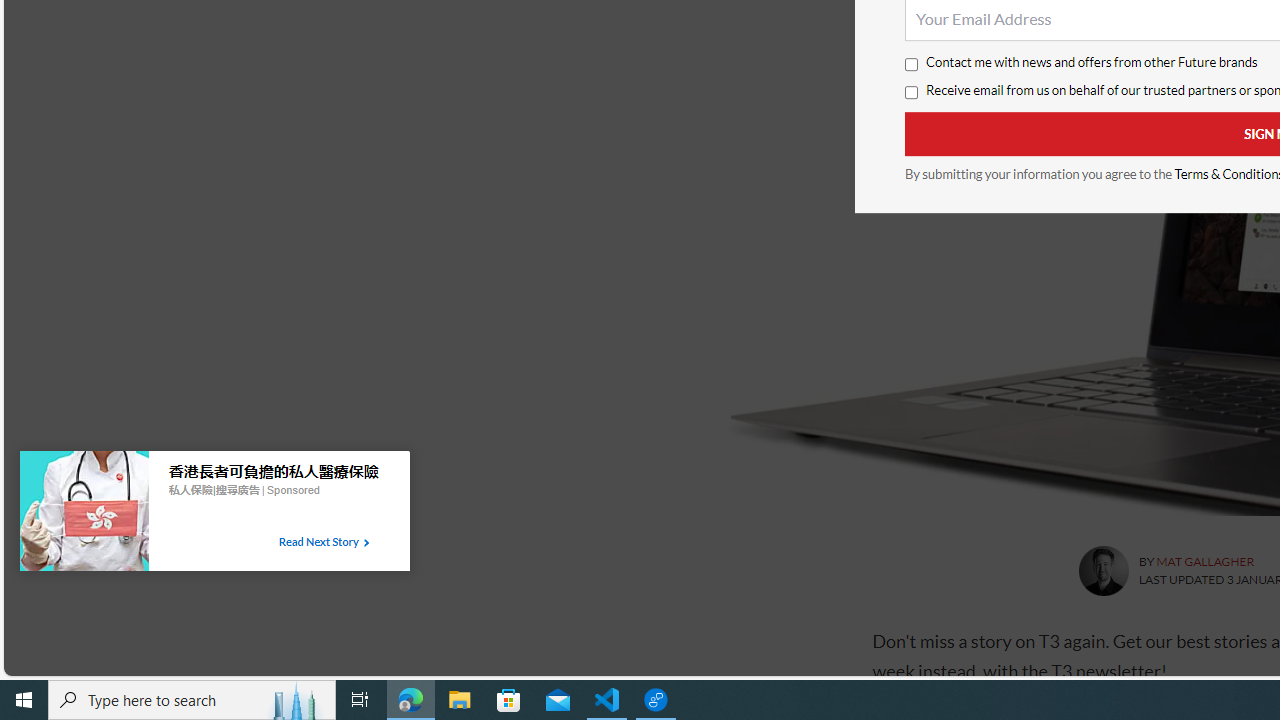 This screenshot has height=720, width=1280. I want to click on 'Class: tbl-arrow-icon arrow-1', so click(366, 543).